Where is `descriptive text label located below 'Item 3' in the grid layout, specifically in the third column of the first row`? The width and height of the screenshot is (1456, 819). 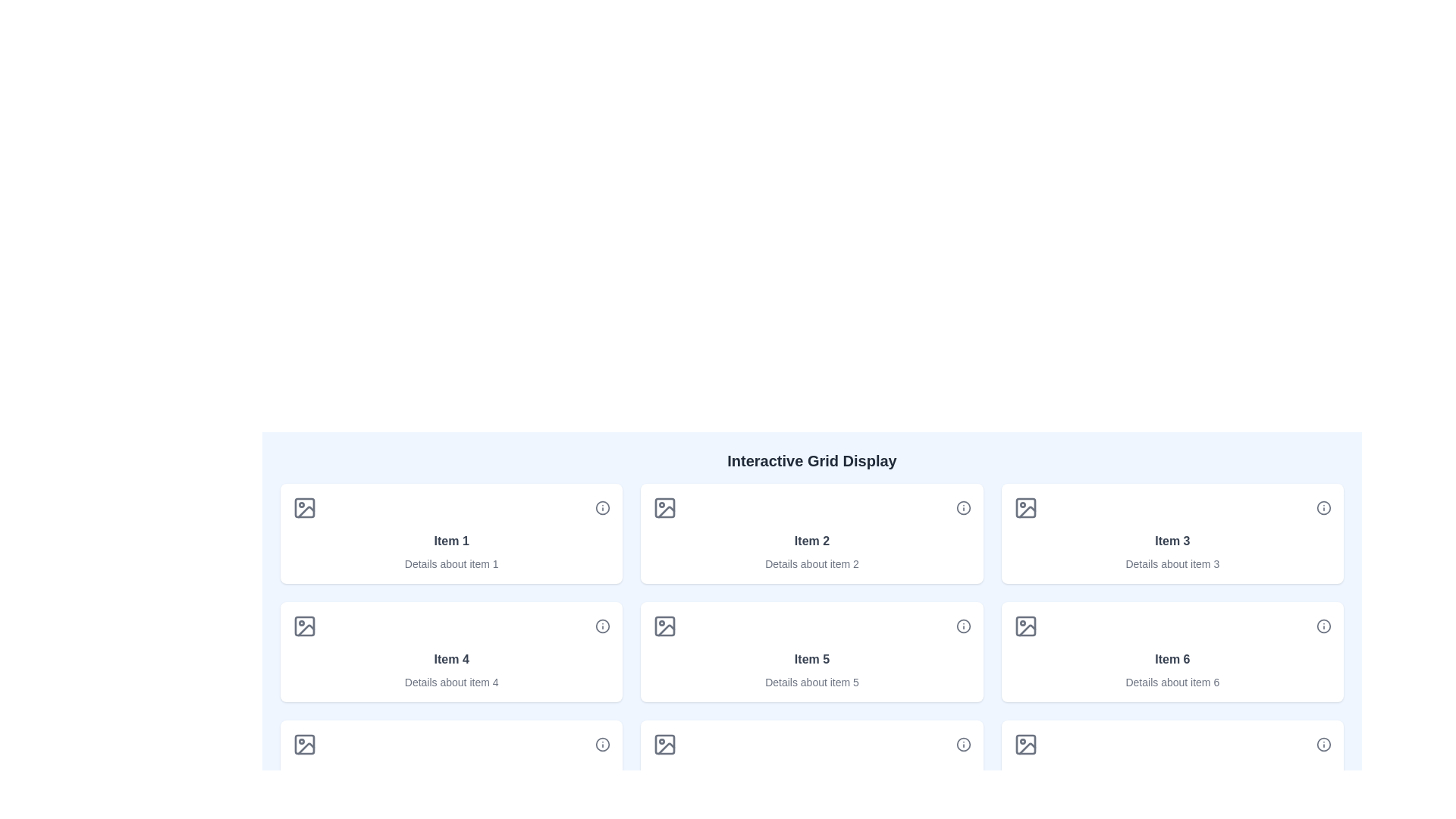
descriptive text label located below 'Item 3' in the grid layout, specifically in the third column of the first row is located at coordinates (1172, 564).